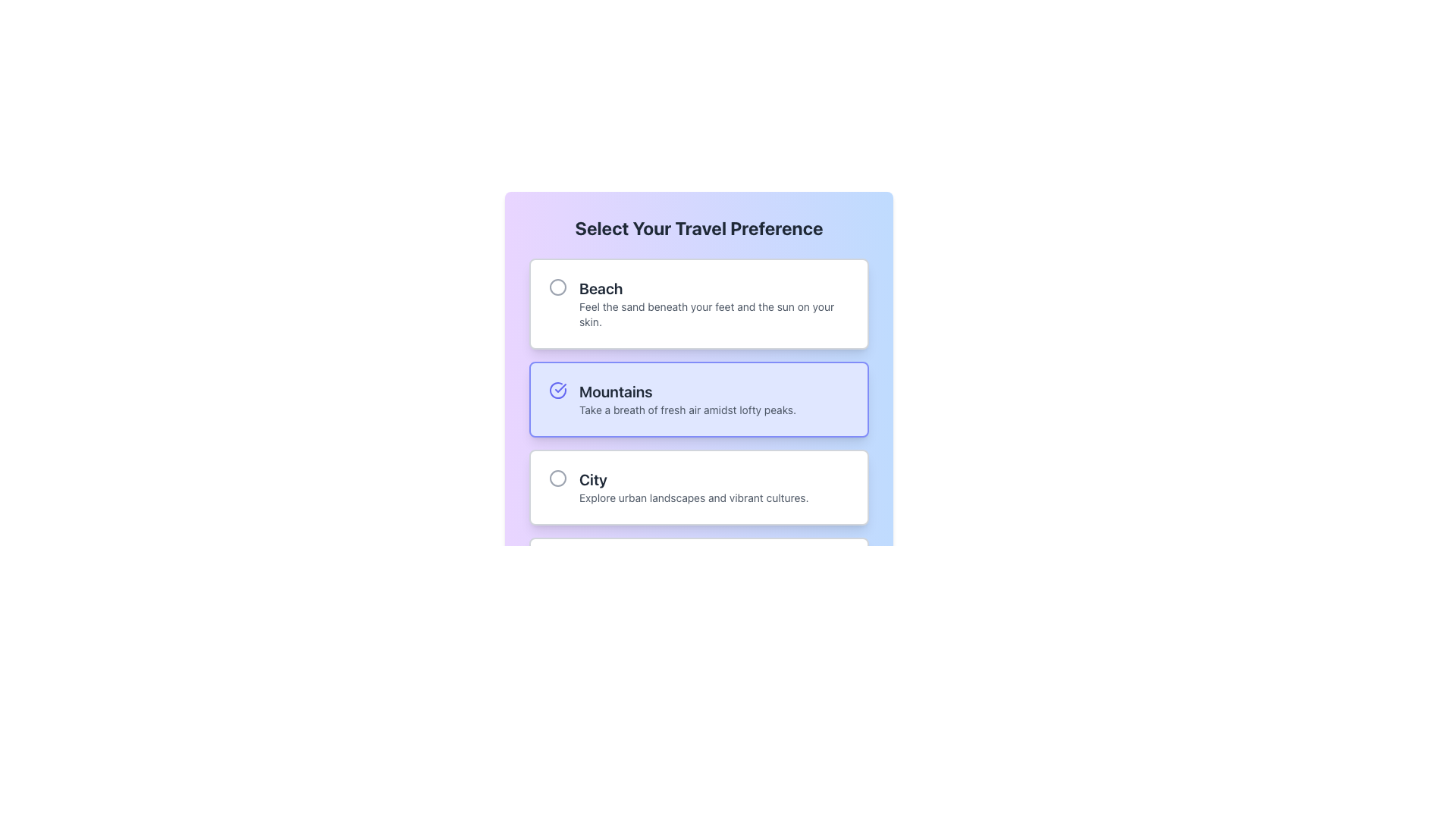 This screenshot has width=1456, height=819. I want to click on the Radio button indicator for the 'Beach' option, so click(557, 287).